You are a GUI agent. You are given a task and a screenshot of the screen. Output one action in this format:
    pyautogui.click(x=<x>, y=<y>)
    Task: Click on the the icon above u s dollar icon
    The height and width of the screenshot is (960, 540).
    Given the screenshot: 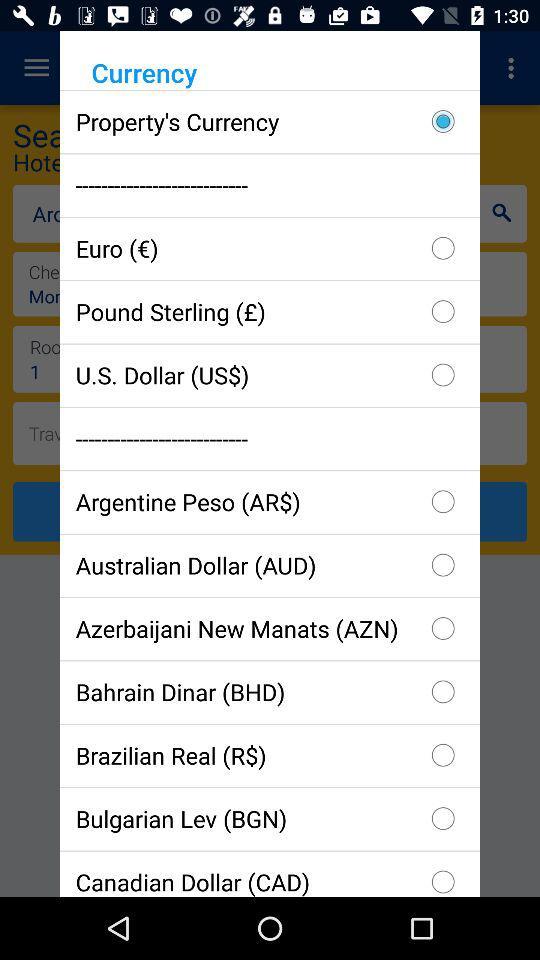 What is the action you would take?
    pyautogui.click(x=270, y=311)
    